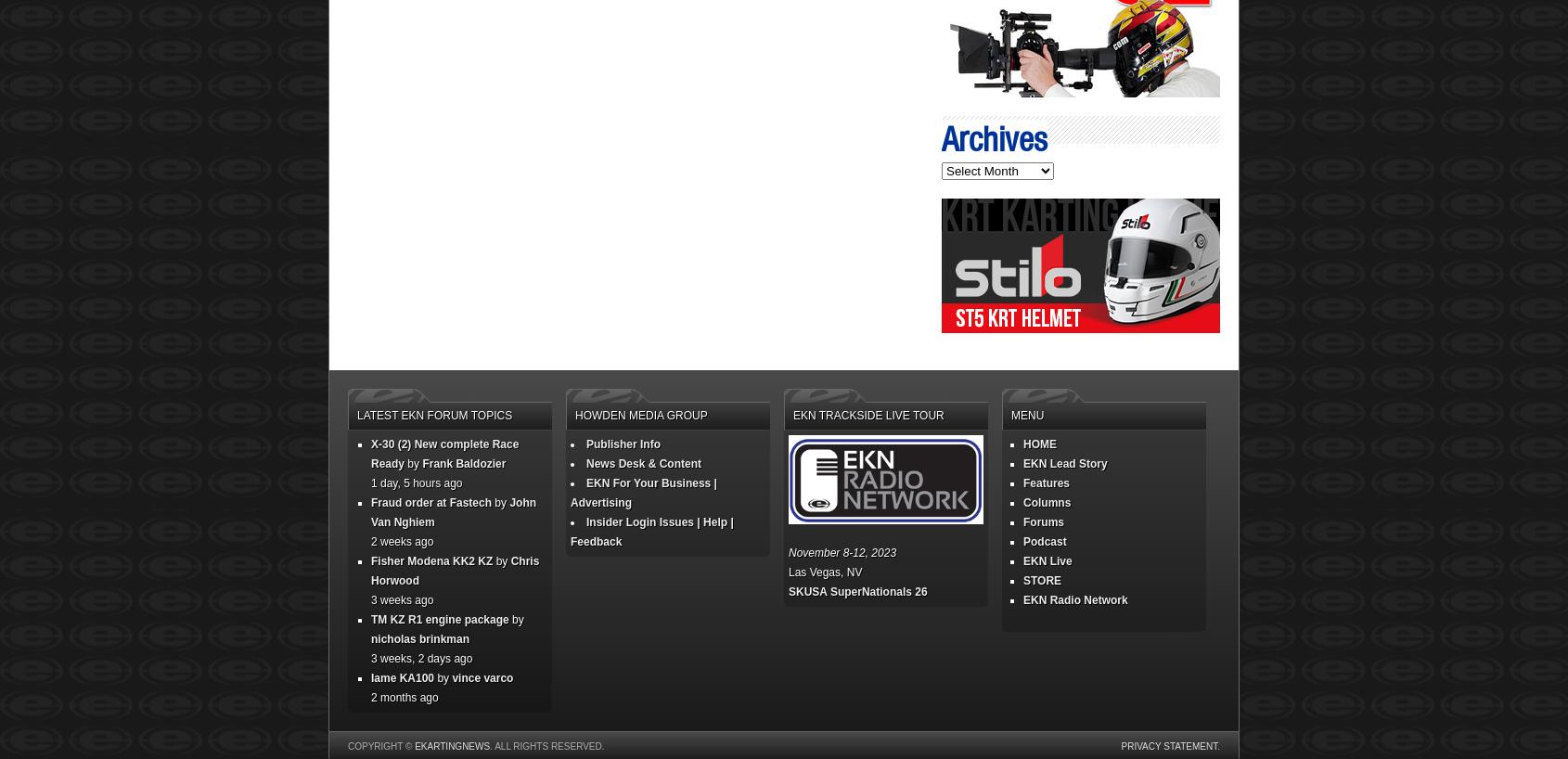 This screenshot has height=759, width=1568. What do you see at coordinates (482, 676) in the screenshot?
I see `'vince varco'` at bounding box center [482, 676].